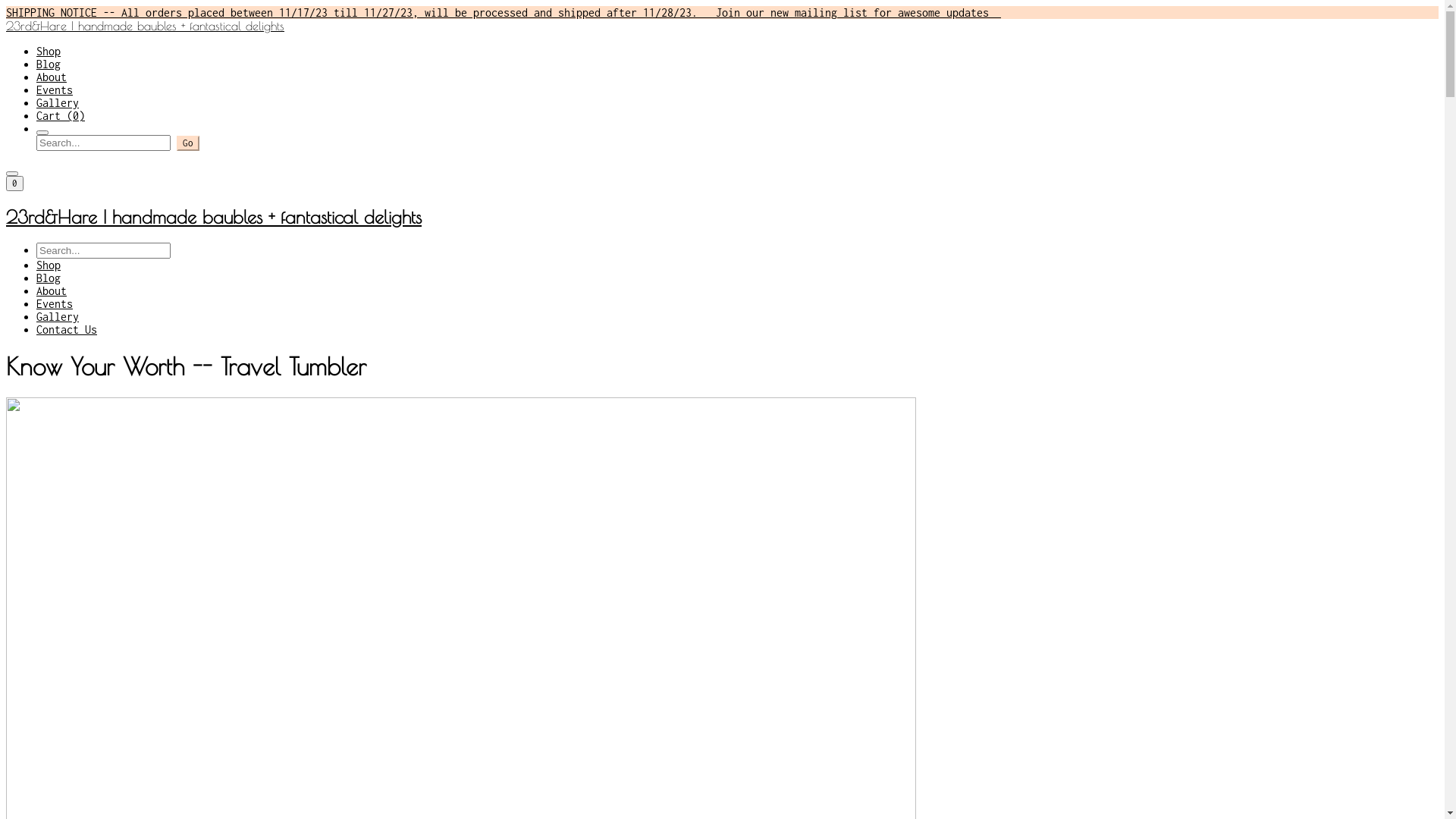  I want to click on 'Go', so click(187, 143).